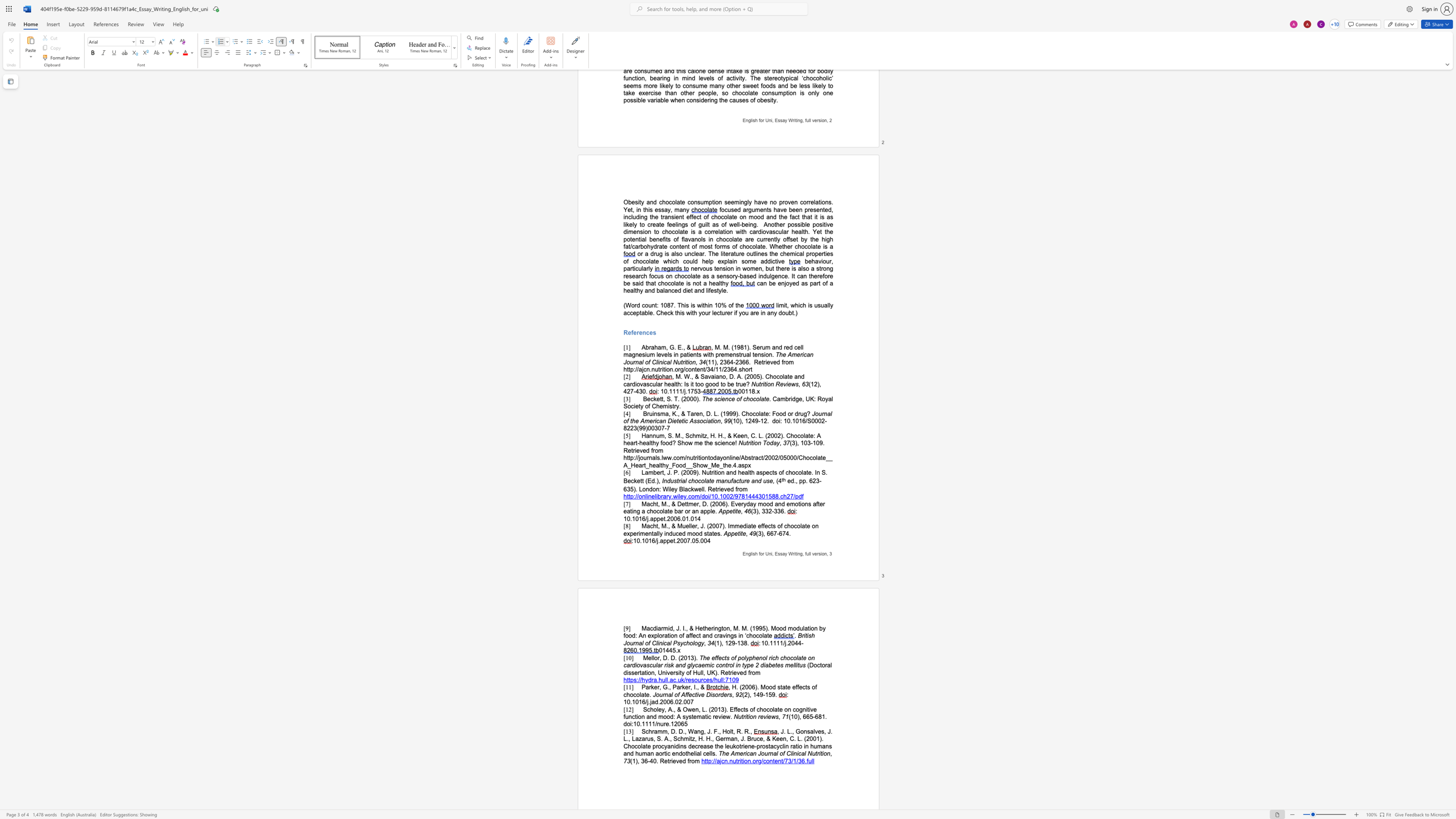 Image resolution: width=1456 pixels, height=819 pixels. I want to click on the space between the continuous character "r" and "s" in the text, so click(818, 553).